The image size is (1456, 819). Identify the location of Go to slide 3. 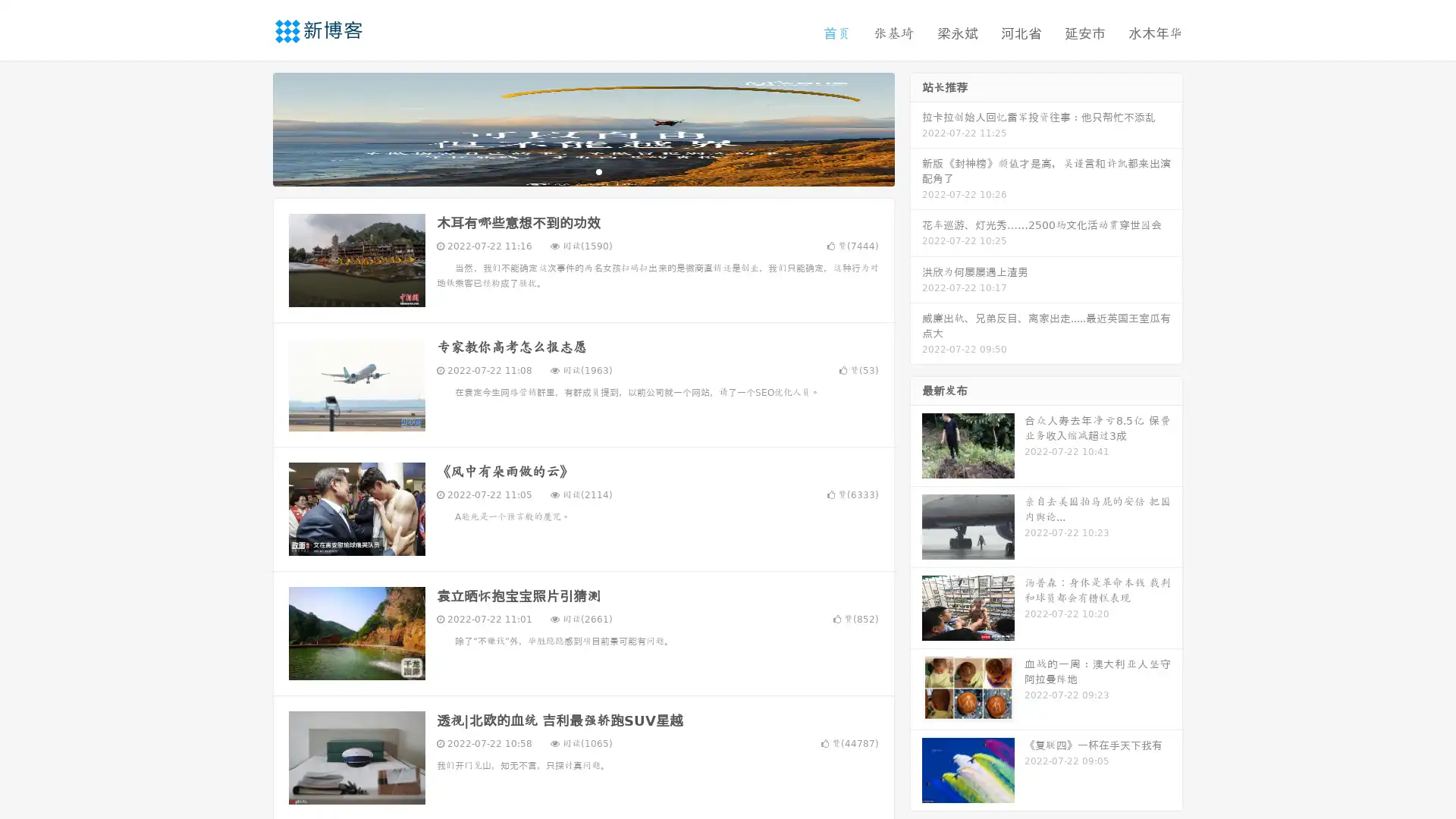
(598, 171).